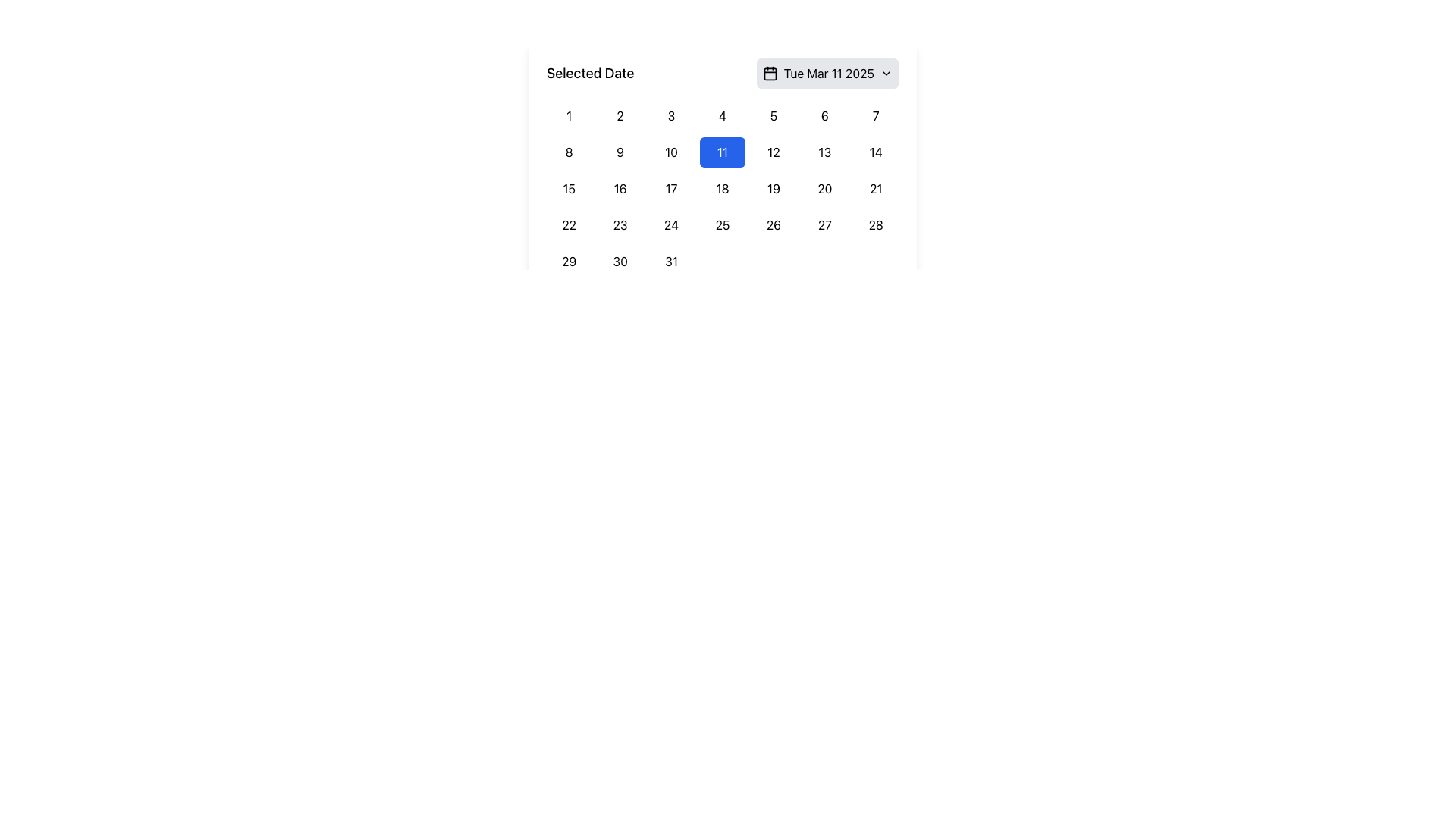  I want to click on the rounded rectangular button labeled '22' in the fourth row and first column of the calendar interface, so click(568, 225).